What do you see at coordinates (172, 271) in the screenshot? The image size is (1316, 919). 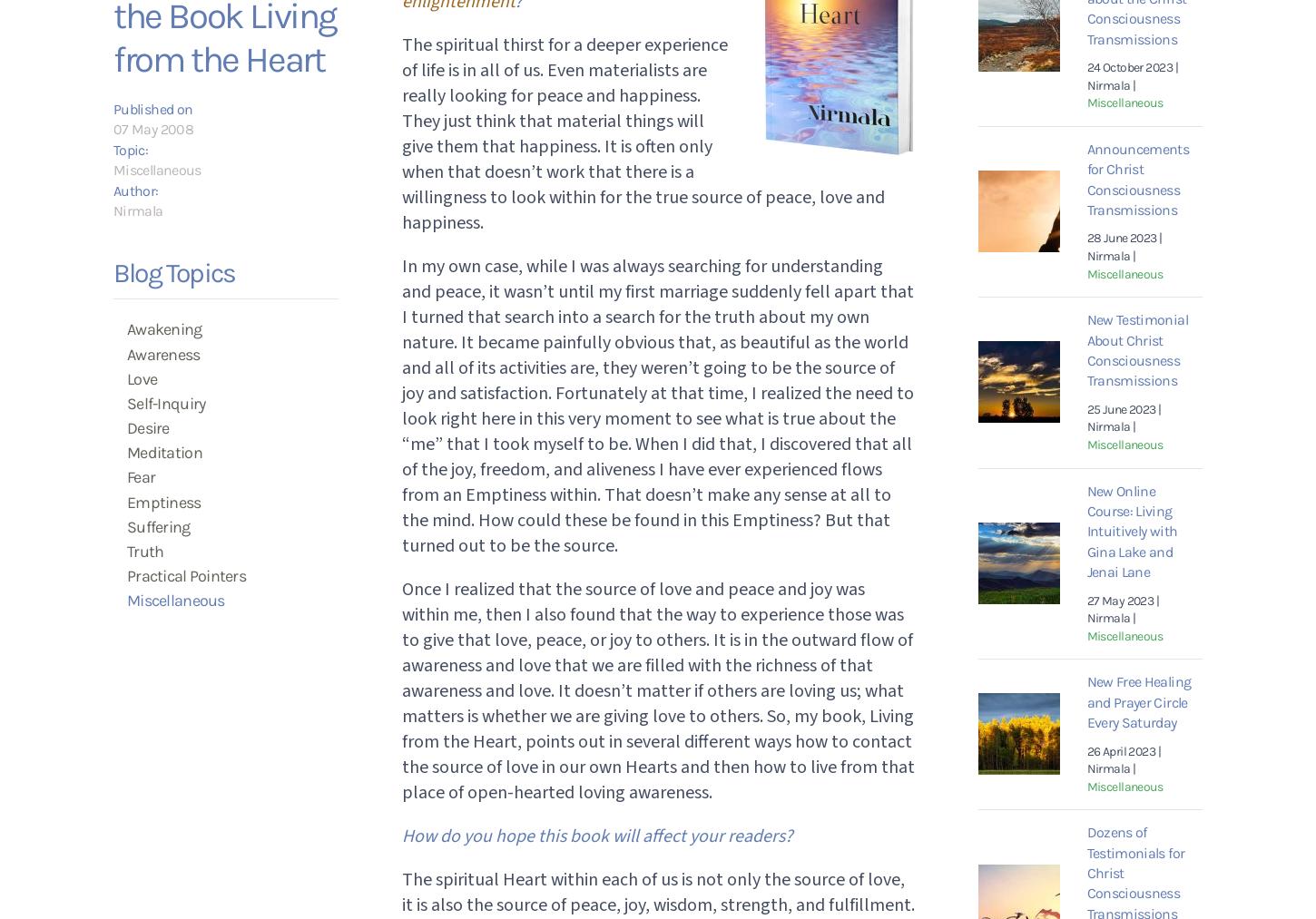 I see `'Blog Topics'` at bounding box center [172, 271].